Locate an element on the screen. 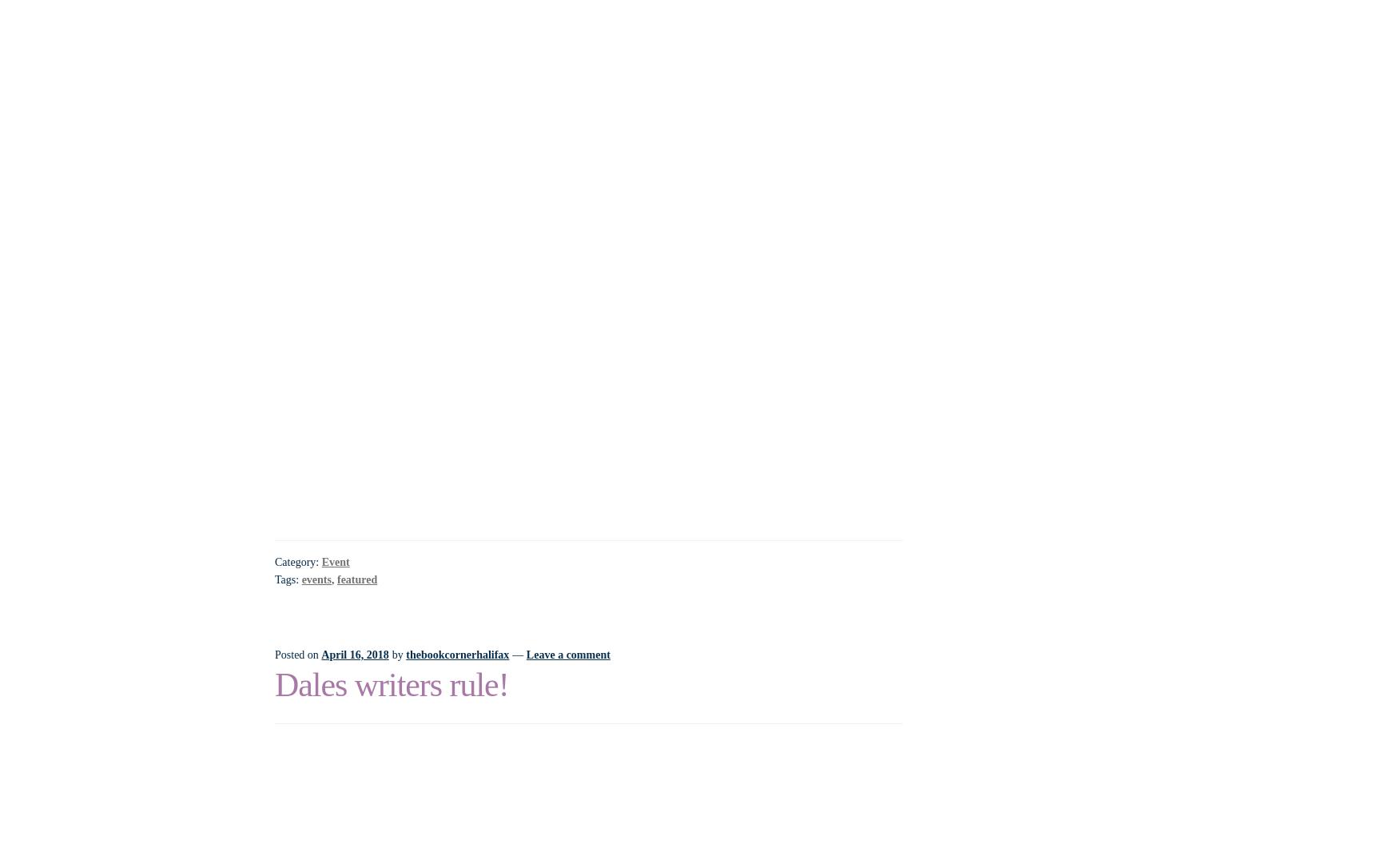 This screenshot has height=848, width=1400. 'Leave a comment' is located at coordinates (567, 654).